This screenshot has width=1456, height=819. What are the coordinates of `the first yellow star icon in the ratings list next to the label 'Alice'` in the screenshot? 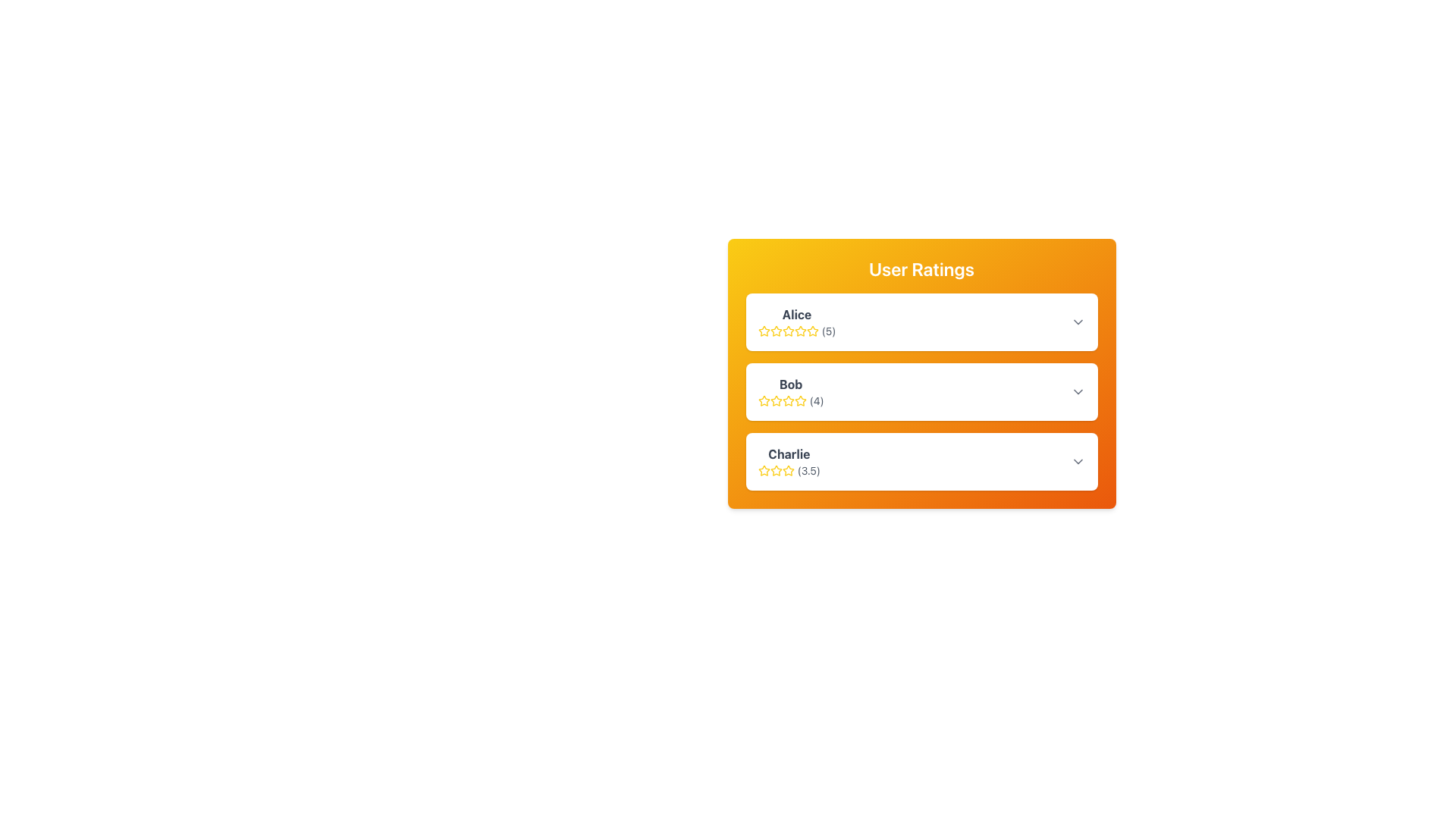 It's located at (764, 330).